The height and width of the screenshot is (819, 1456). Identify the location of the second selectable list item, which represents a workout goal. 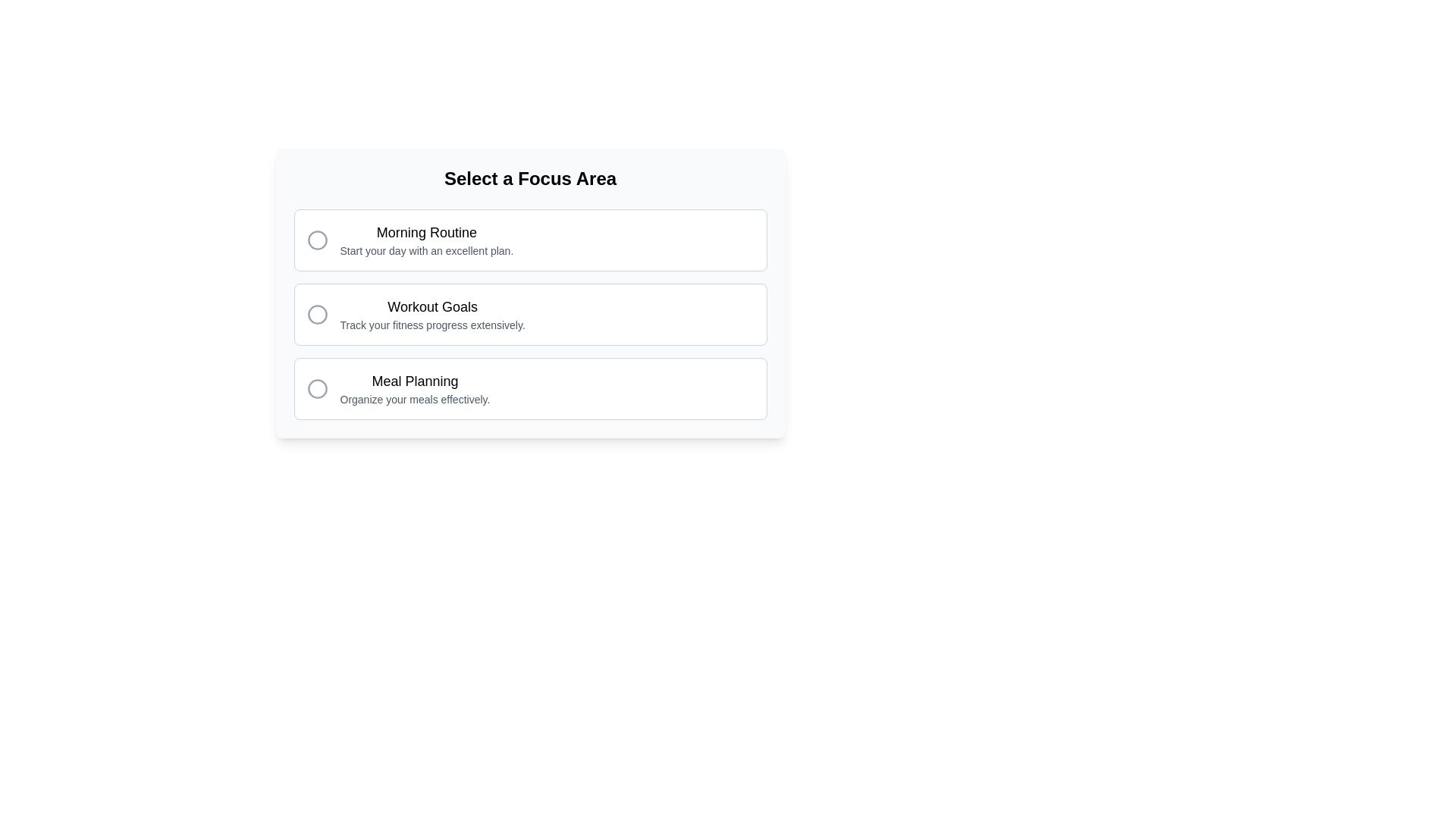
(530, 314).